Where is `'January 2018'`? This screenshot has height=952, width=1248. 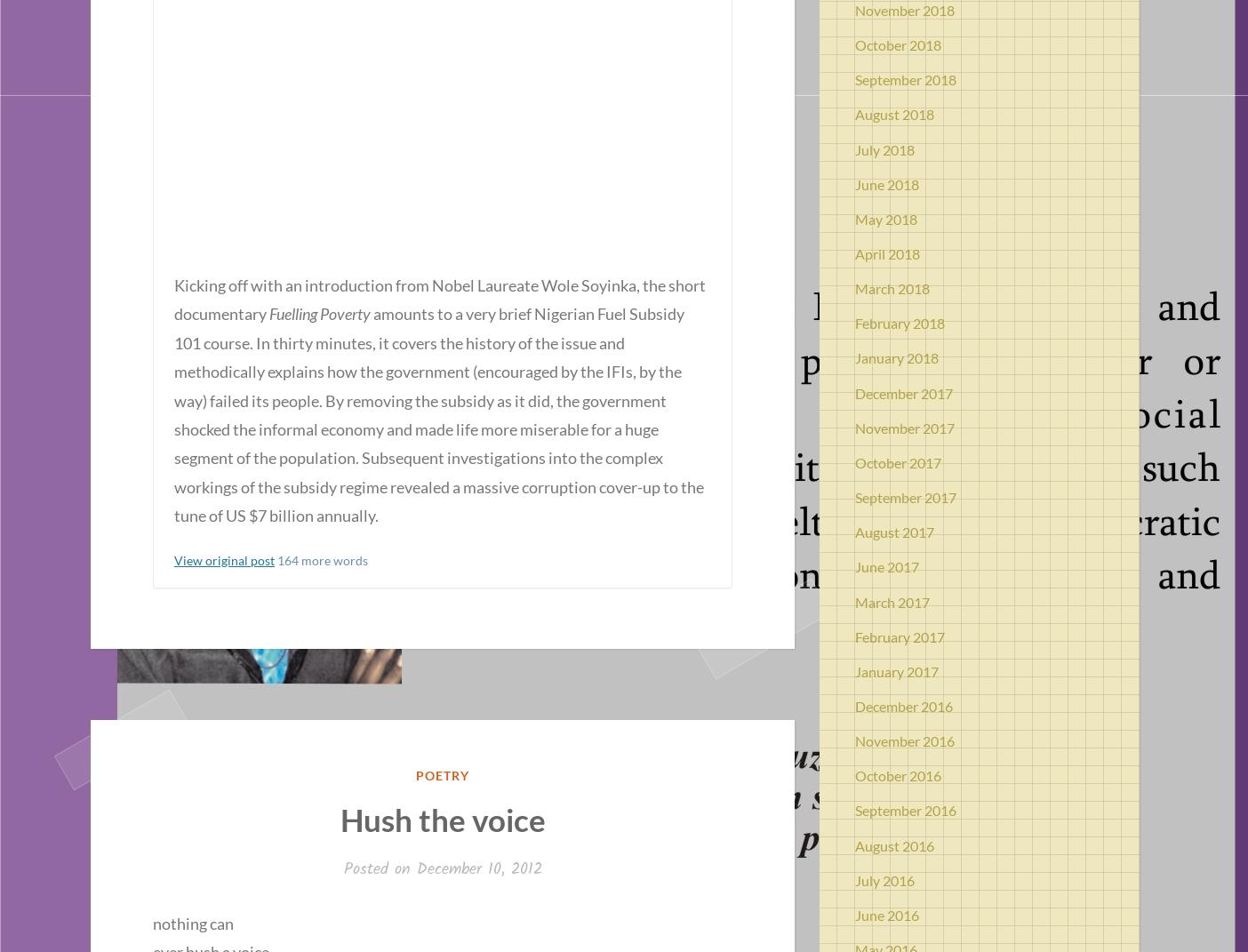 'January 2018' is located at coordinates (897, 357).